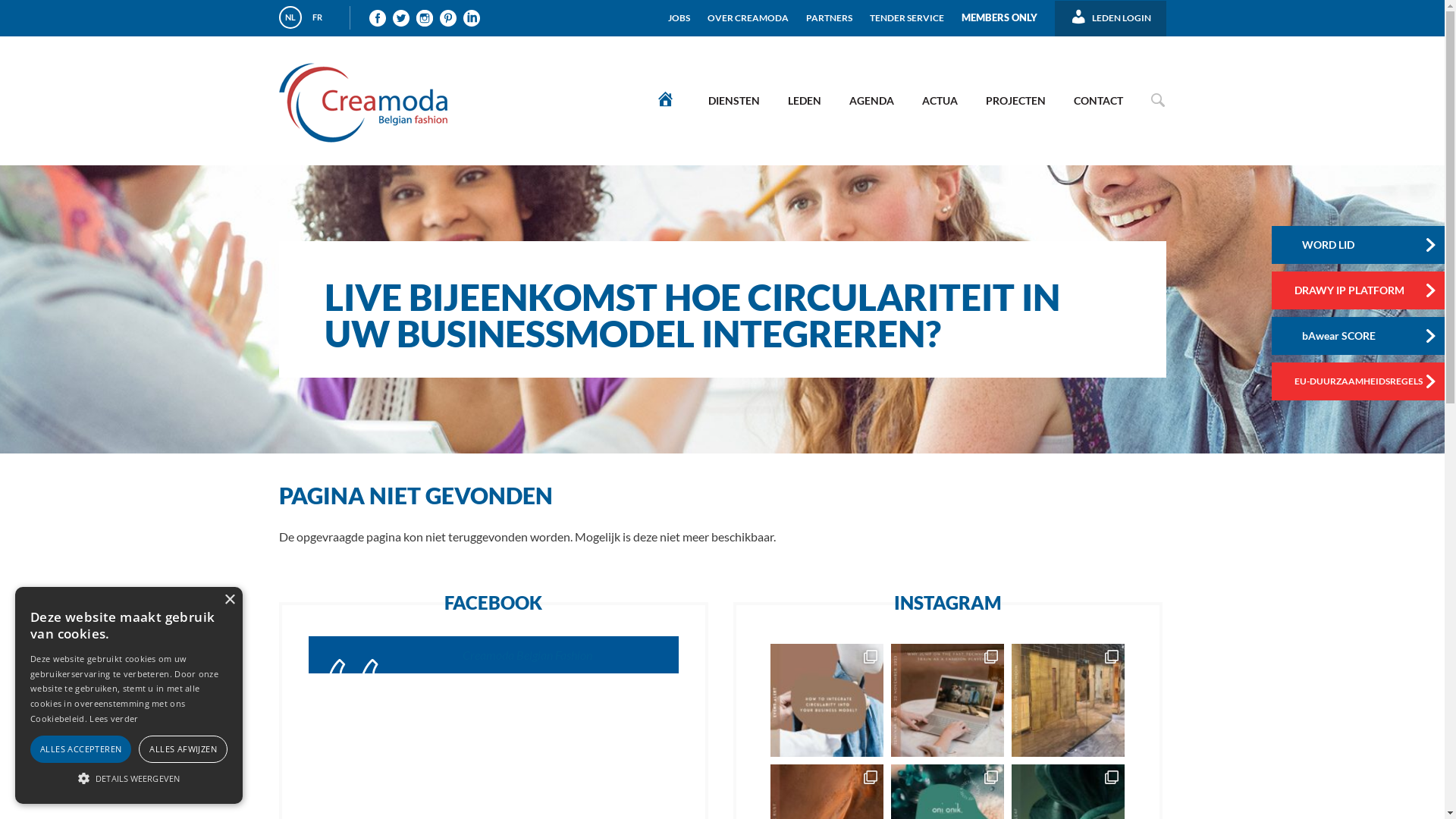 The width and height of the screenshot is (1456, 819). What do you see at coordinates (290, 17) in the screenshot?
I see `'NL'` at bounding box center [290, 17].